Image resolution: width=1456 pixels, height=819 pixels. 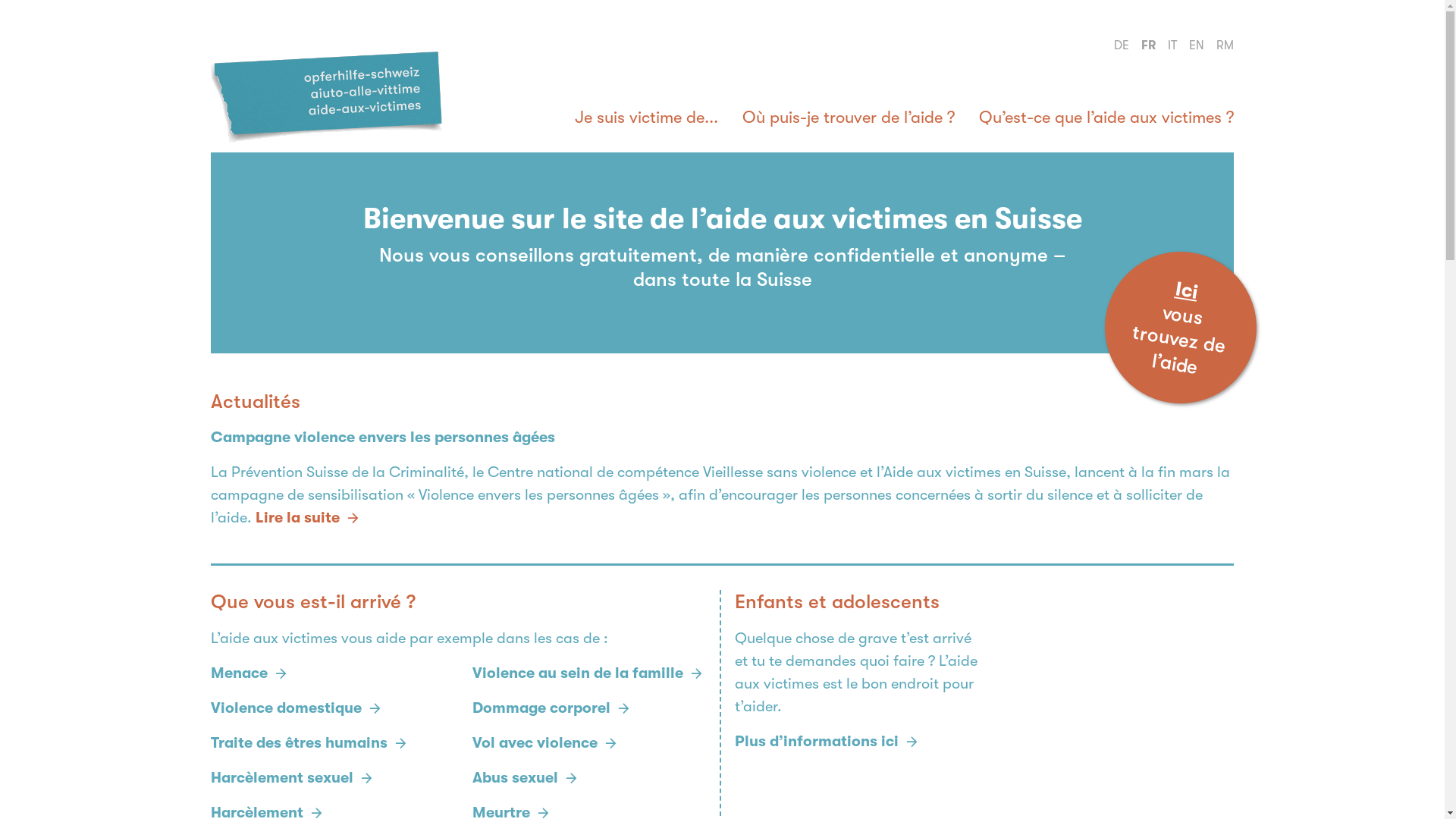 I want to click on 'Abus sexuel', so click(x=472, y=777).